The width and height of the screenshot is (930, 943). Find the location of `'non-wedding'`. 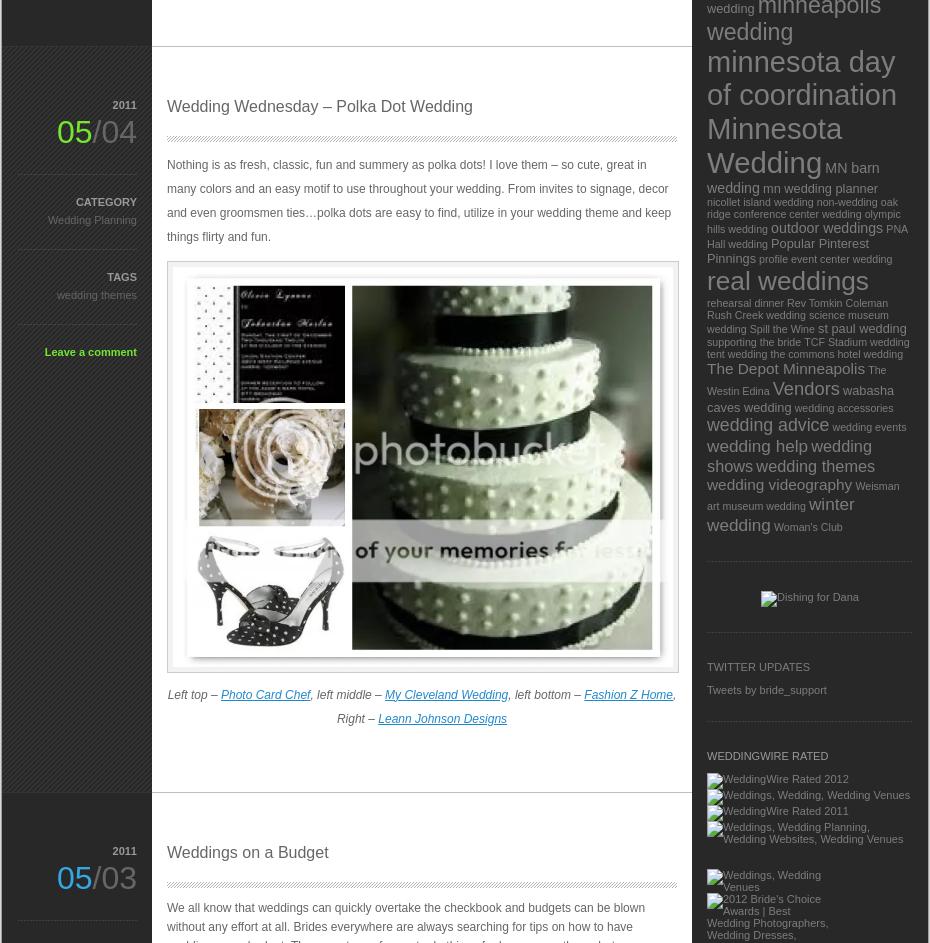

'non-wedding' is located at coordinates (814, 200).